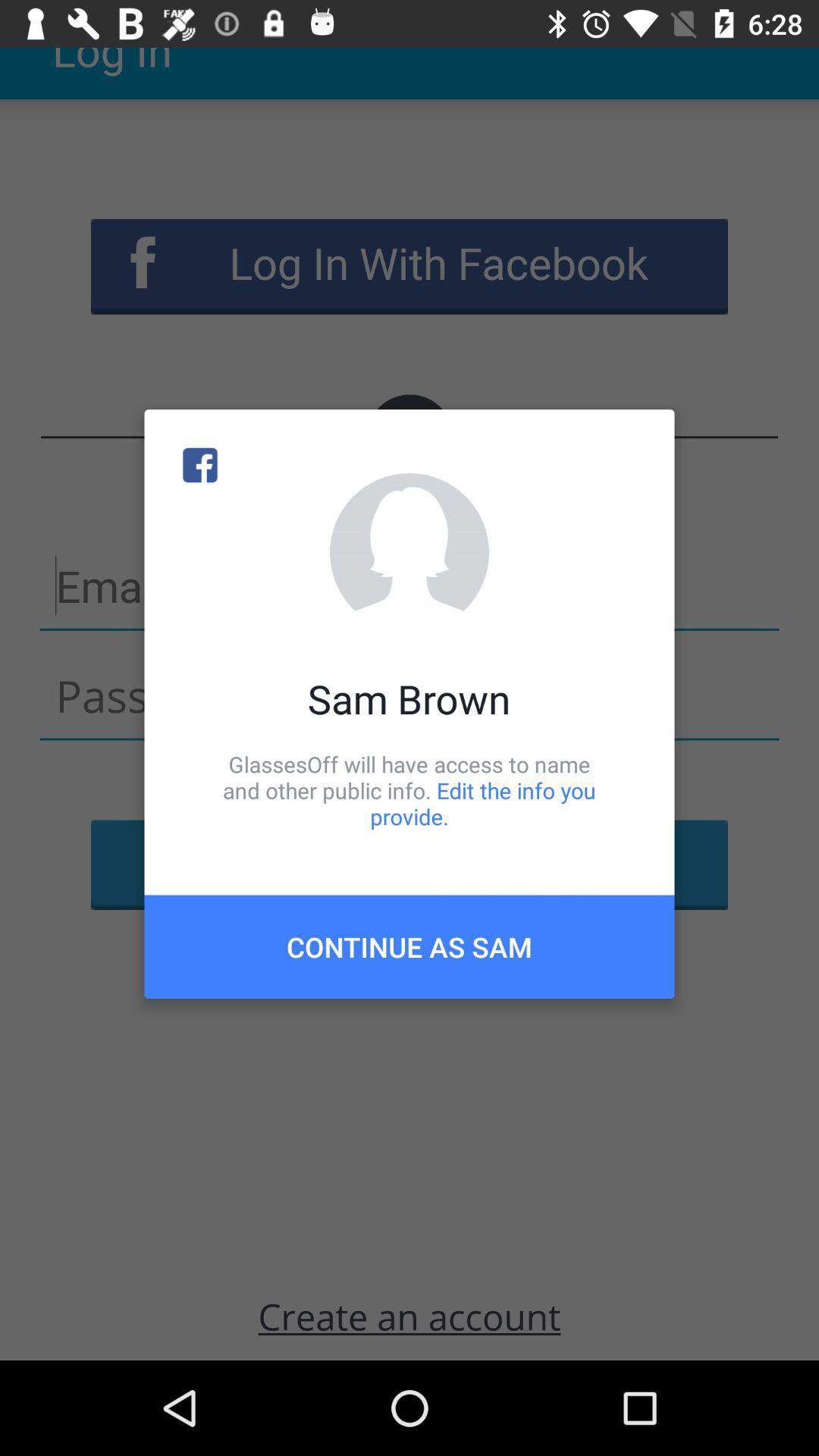 This screenshot has width=819, height=1456. Describe the element at coordinates (409, 789) in the screenshot. I see `the icon above the continue as sam item` at that location.